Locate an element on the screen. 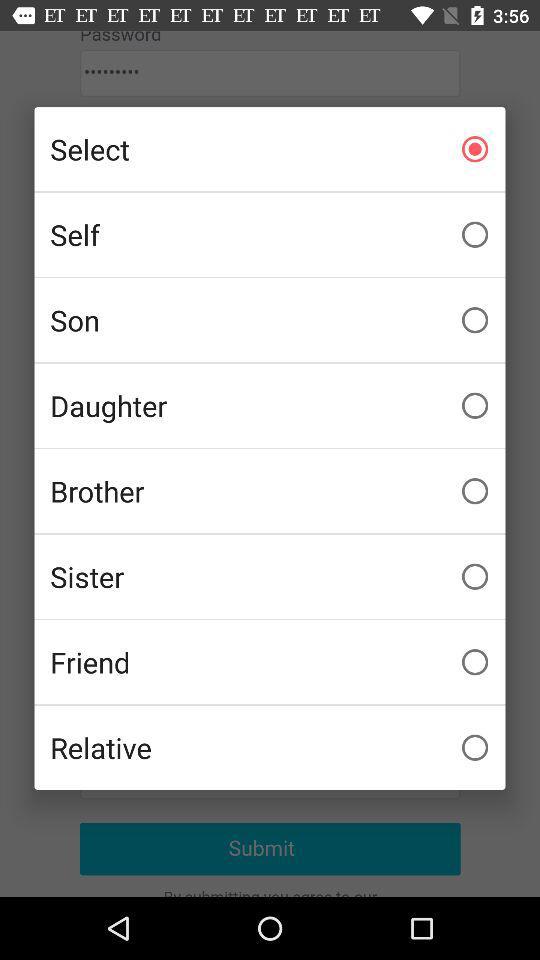  checkbox below friend is located at coordinates (270, 746).